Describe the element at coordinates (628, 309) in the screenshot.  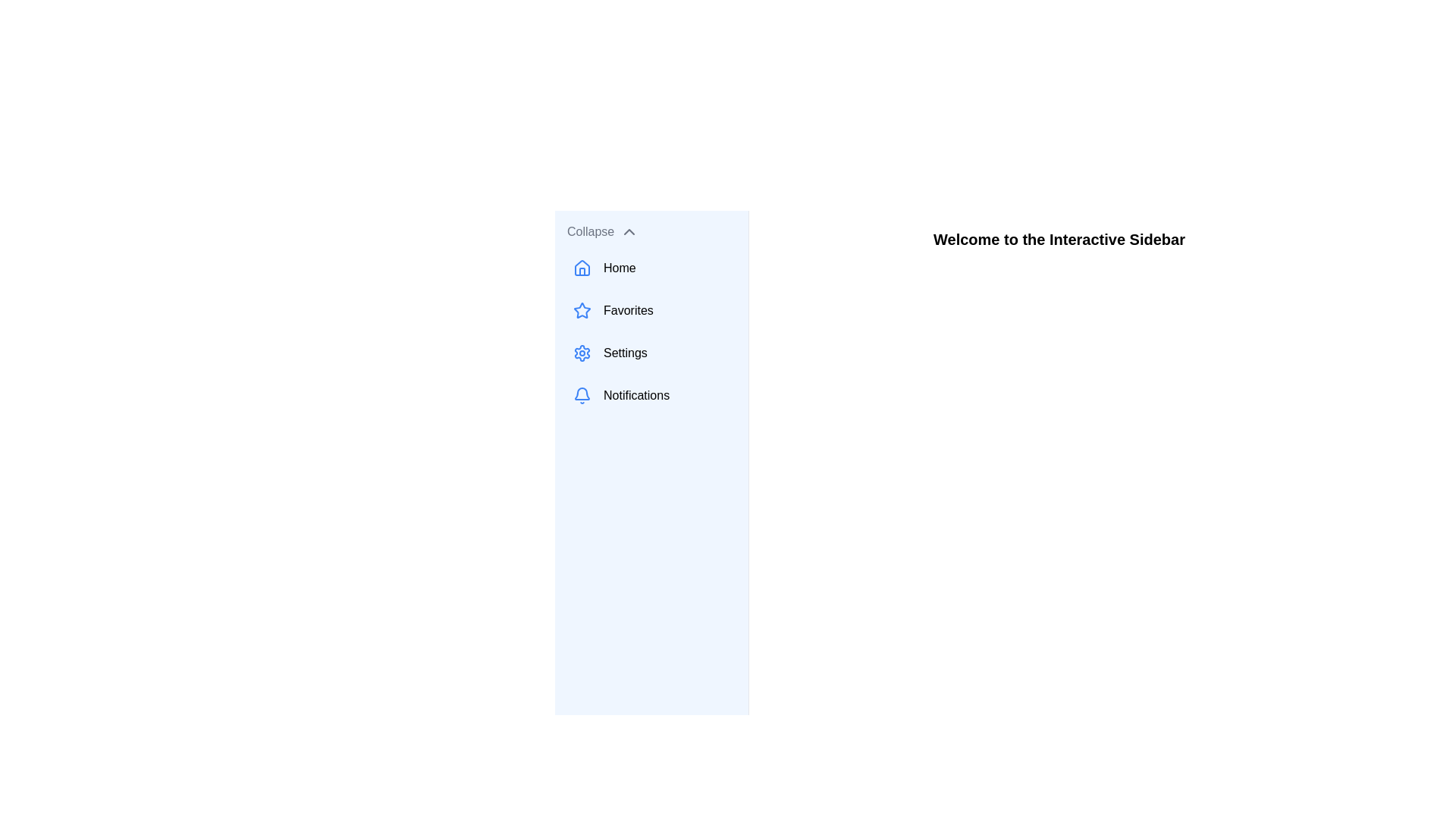
I see `the 'Favorites' text label in the vertical navigation menu, which is displayed in black font and located next to a blue outlined star icon` at that location.